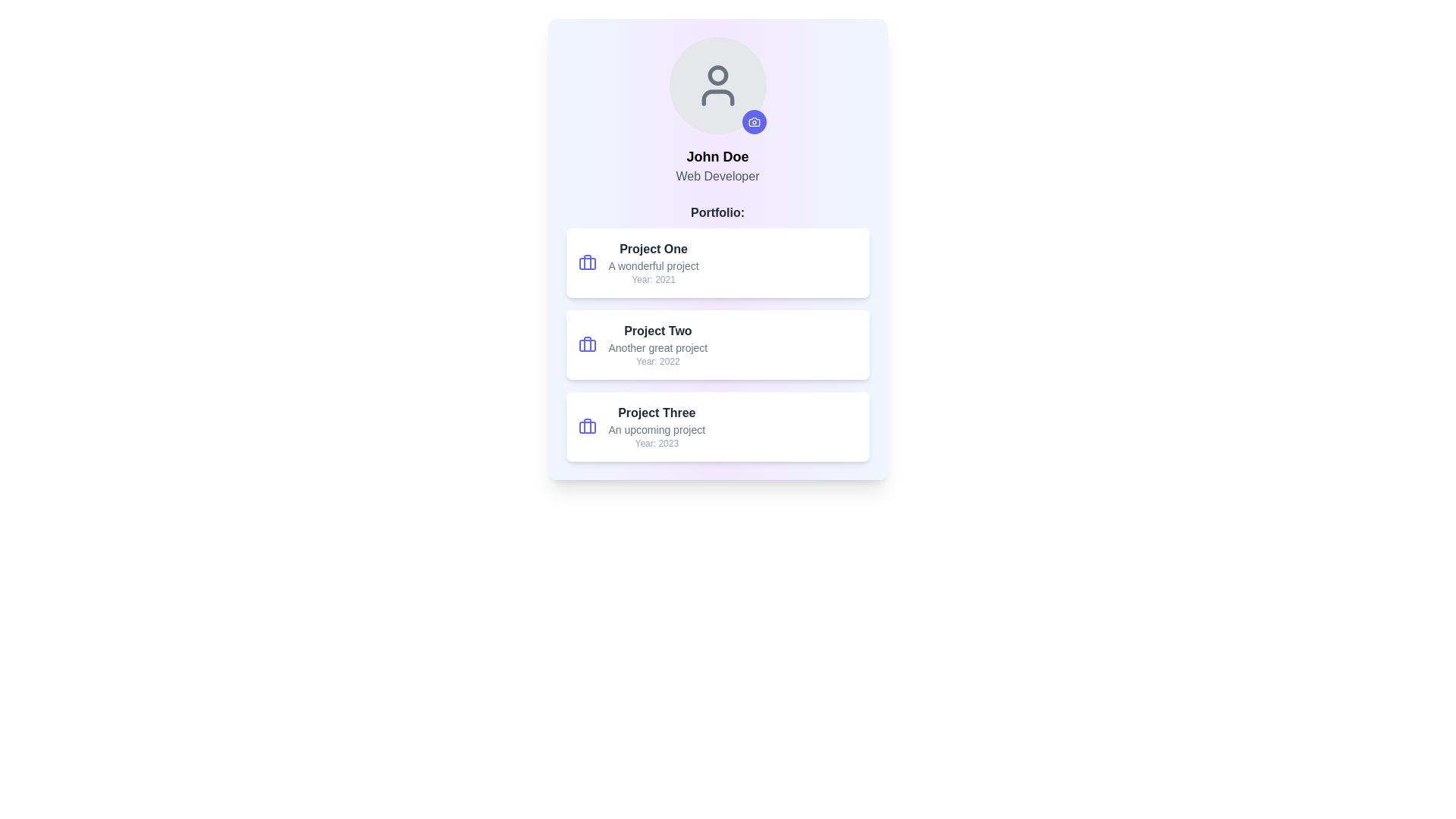 The width and height of the screenshot is (1456, 819). What do you see at coordinates (657, 430) in the screenshot?
I see `the static text label displaying 'An upcoming project' located under the 'Project Three' header` at bounding box center [657, 430].